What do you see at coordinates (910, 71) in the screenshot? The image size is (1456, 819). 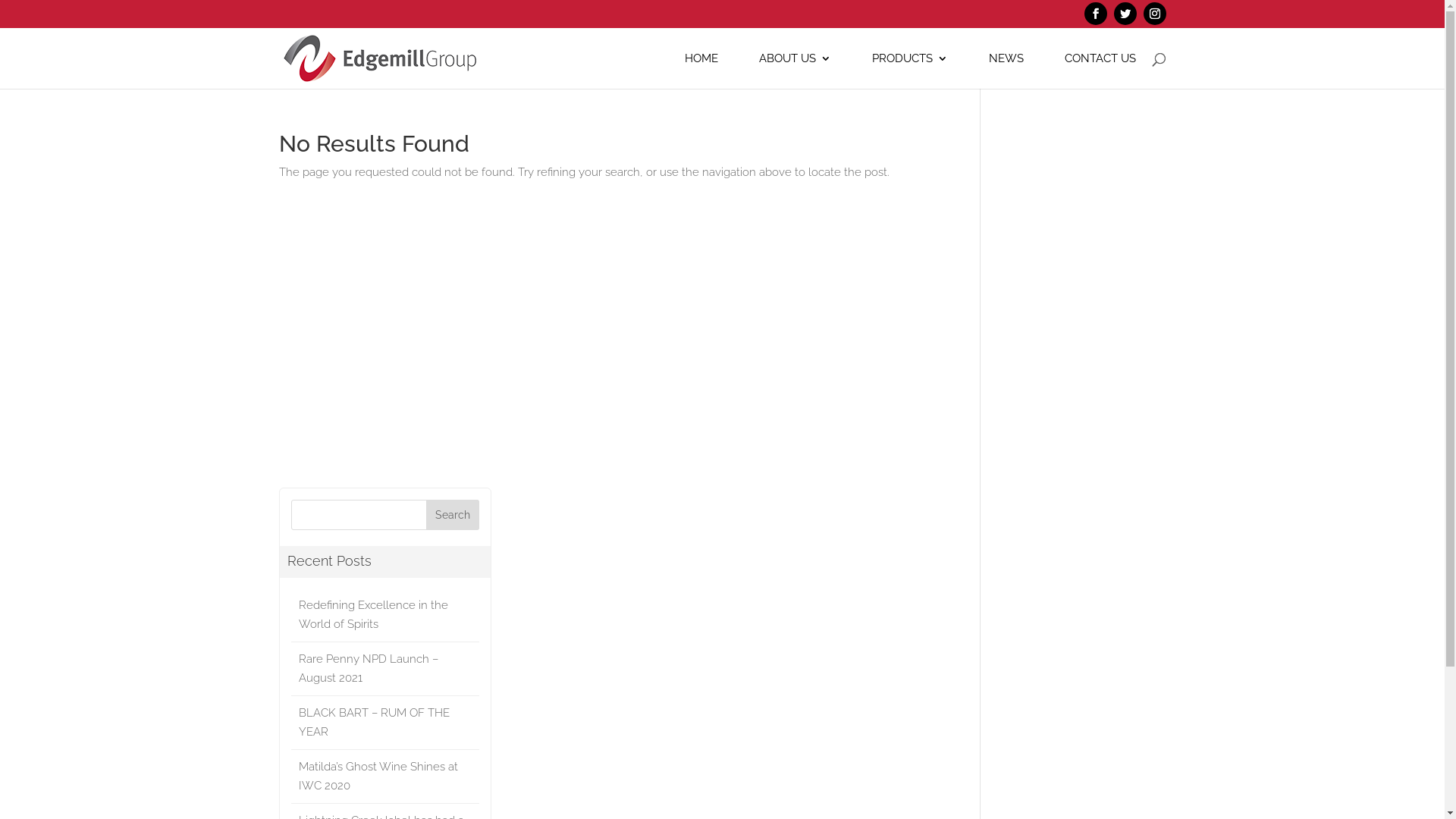 I see `'PRODUCTS'` at bounding box center [910, 71].